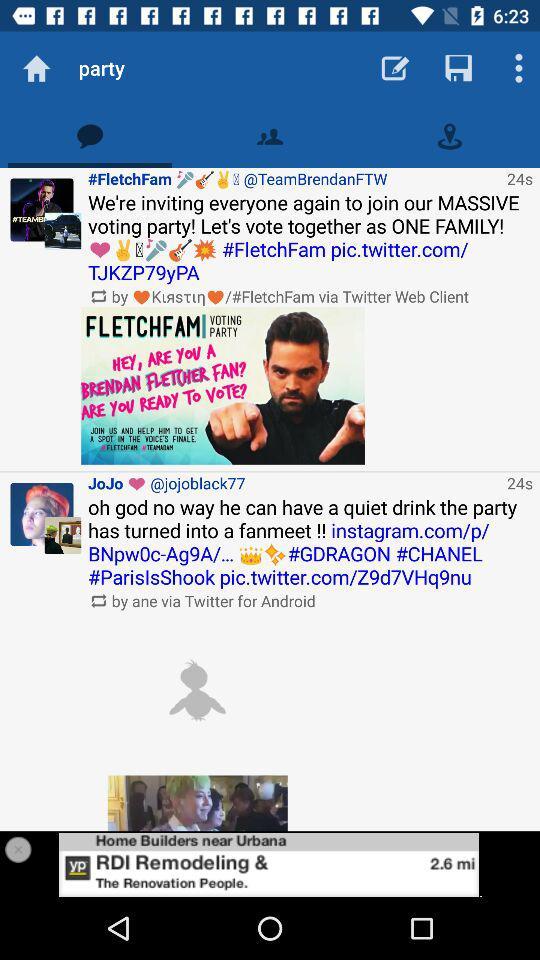 The image size is (540, 960). I want to click on contacts, so click(270, 135).